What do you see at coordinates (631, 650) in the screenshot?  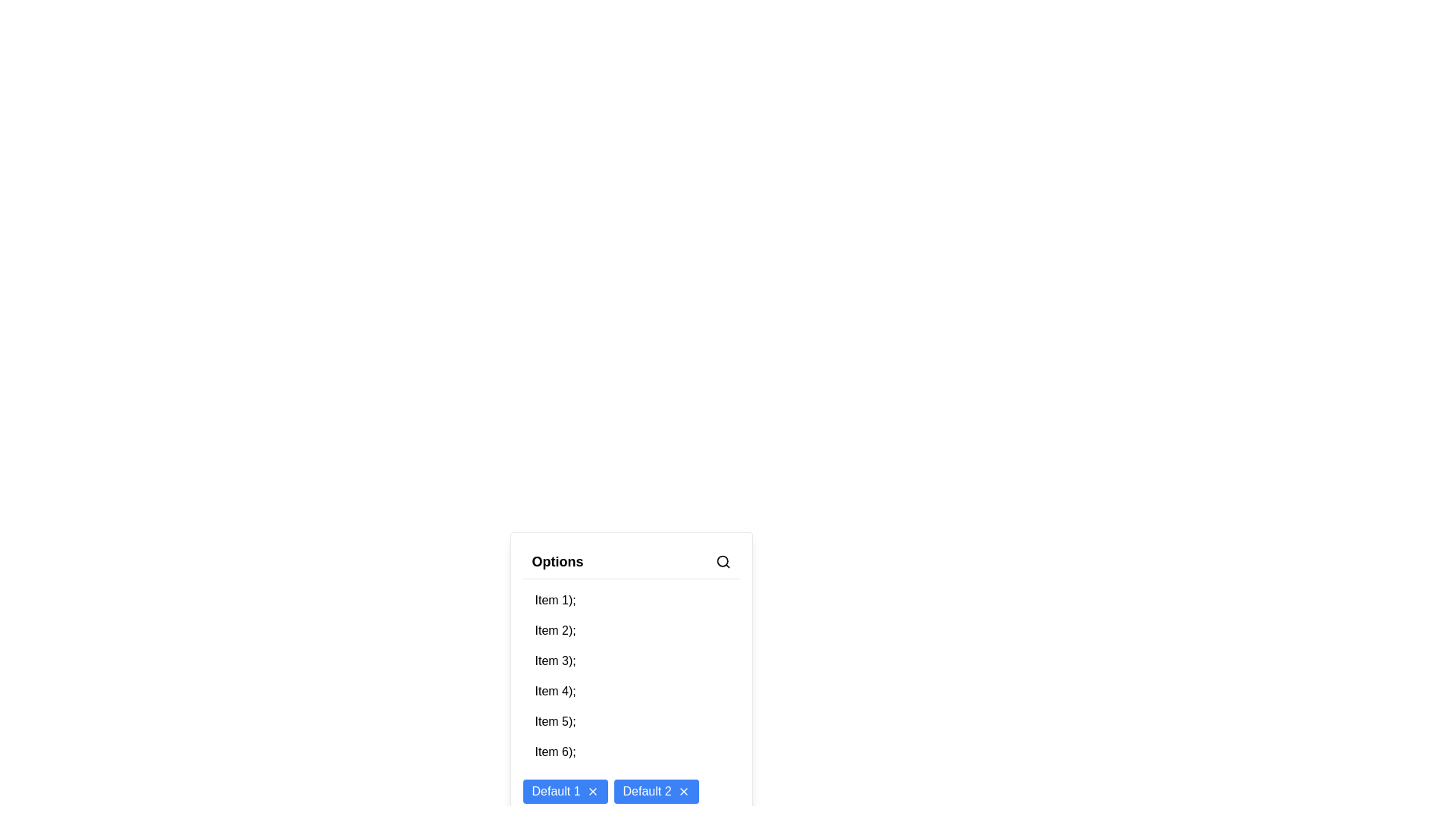 I see `individual items in the scrollable options list labeled 'Options', which is positioned near the bottom center of the interface` at bounding box center [631, 650].